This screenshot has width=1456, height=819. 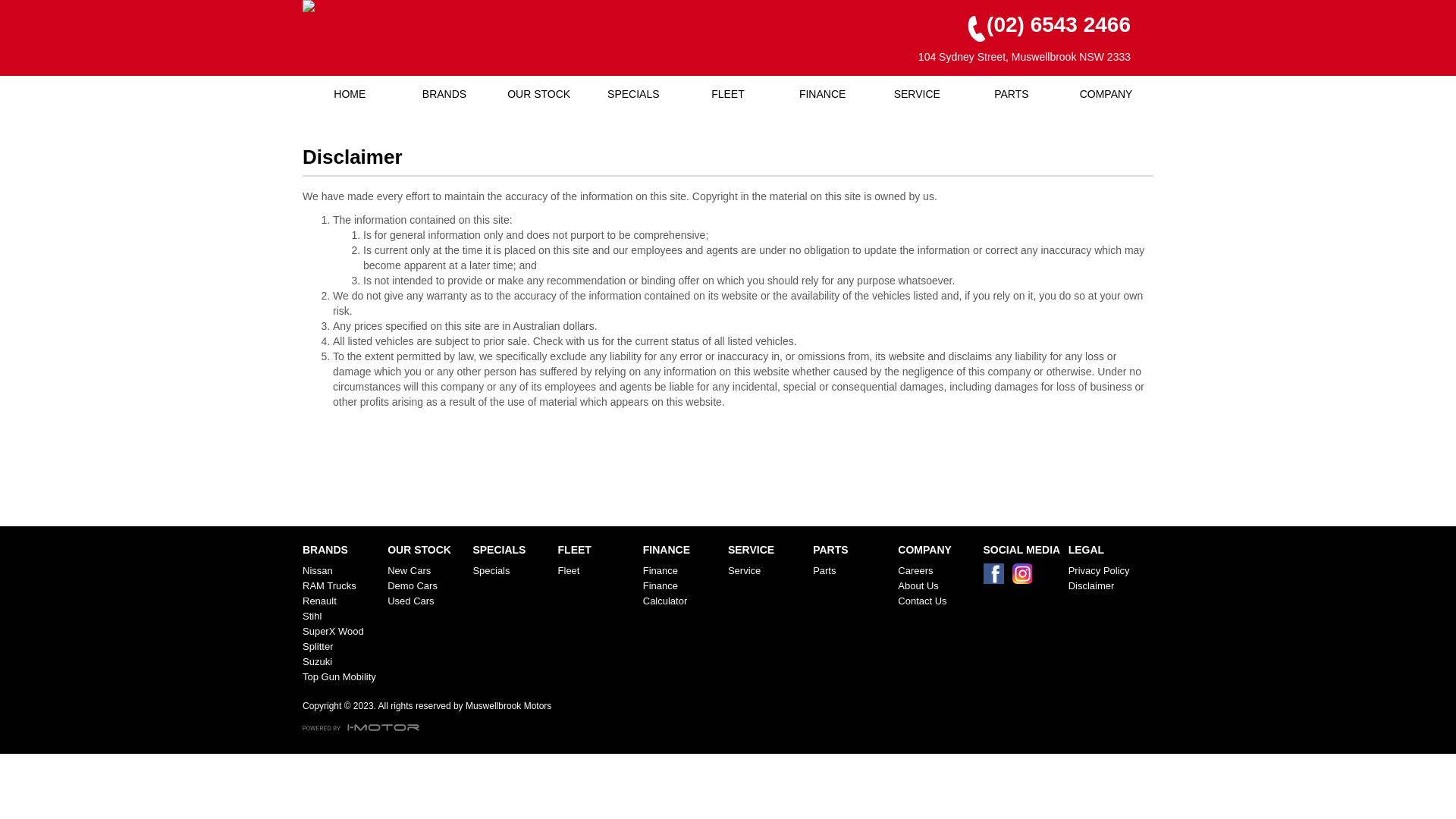 I want to click on 'Used Cars', so click(x=425, y=601).